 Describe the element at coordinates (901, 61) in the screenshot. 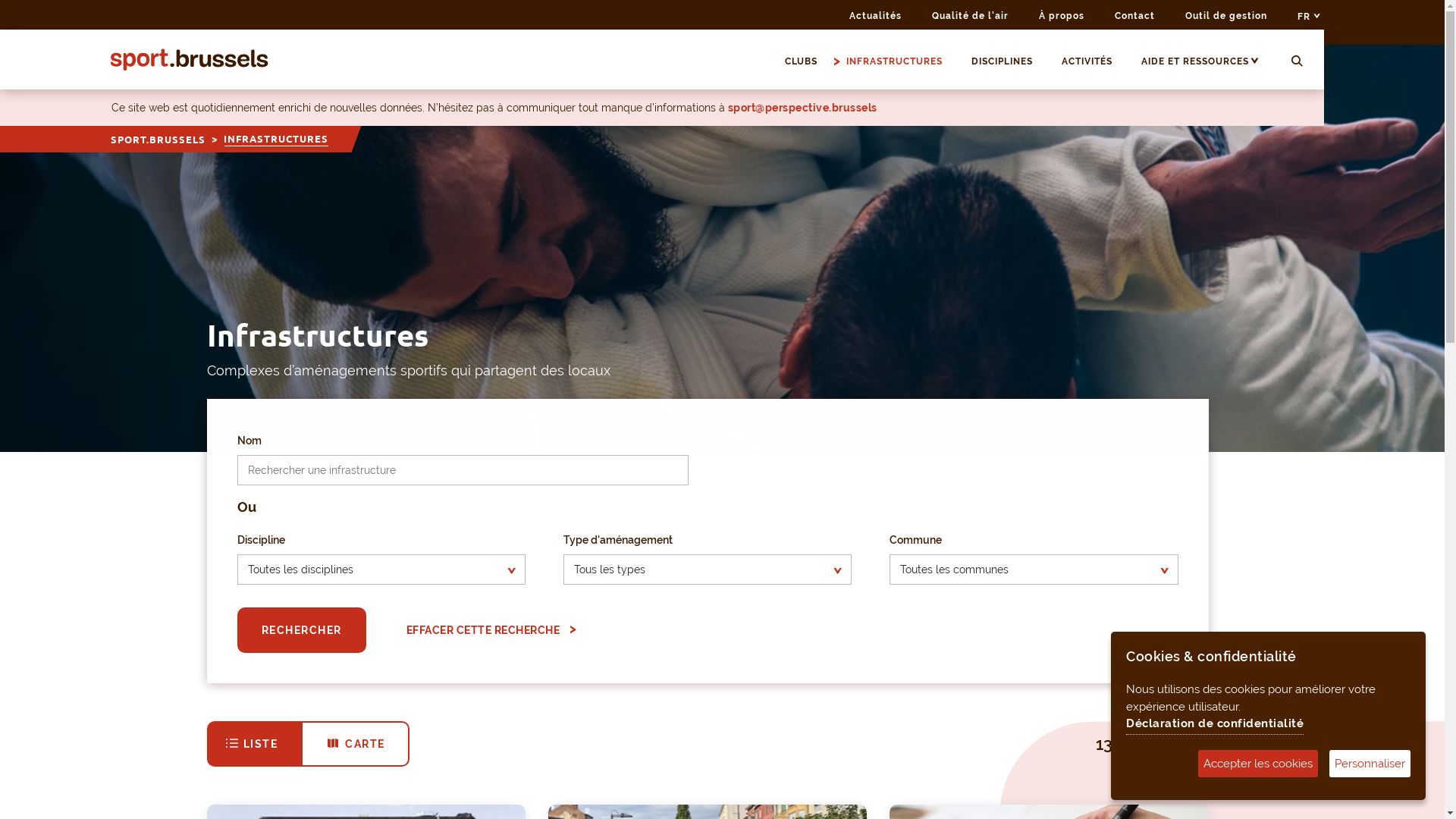

I see `'INFRASTRUCTURES'` at that location.